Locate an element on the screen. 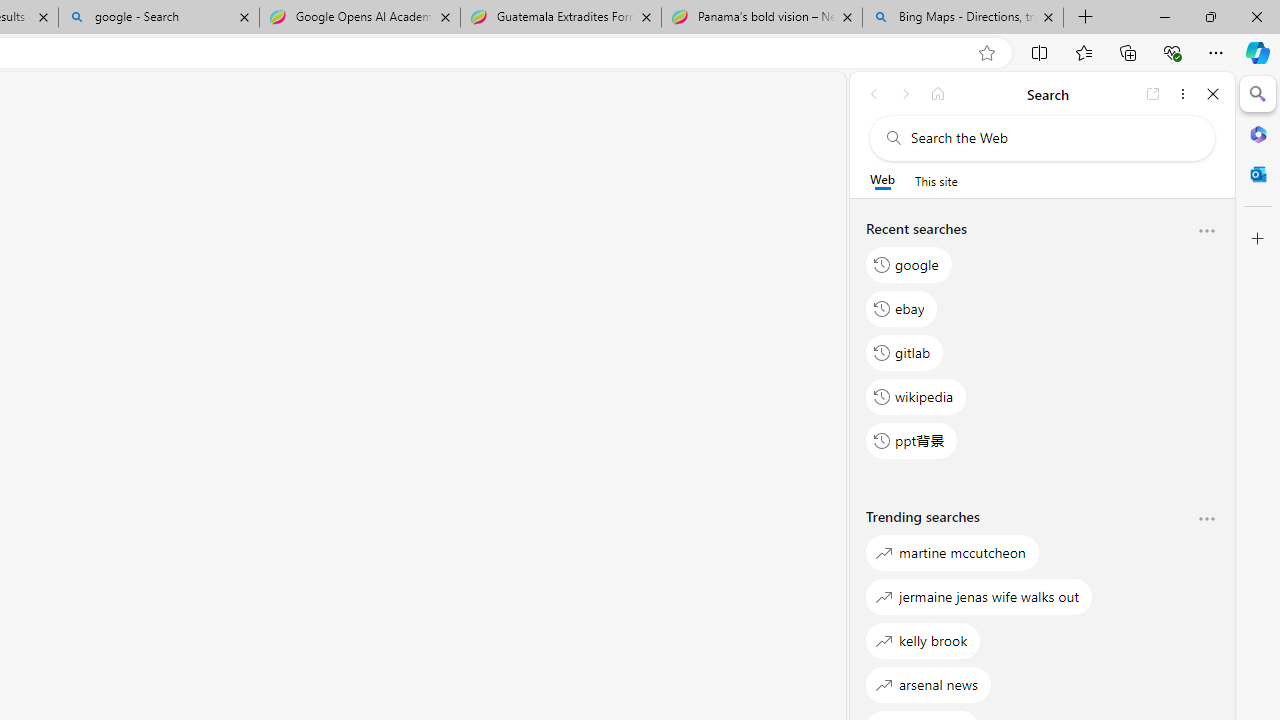 This screenshot has height=720, width=1280. 'martine mccutcheon' is located at coordinates (951, 552).